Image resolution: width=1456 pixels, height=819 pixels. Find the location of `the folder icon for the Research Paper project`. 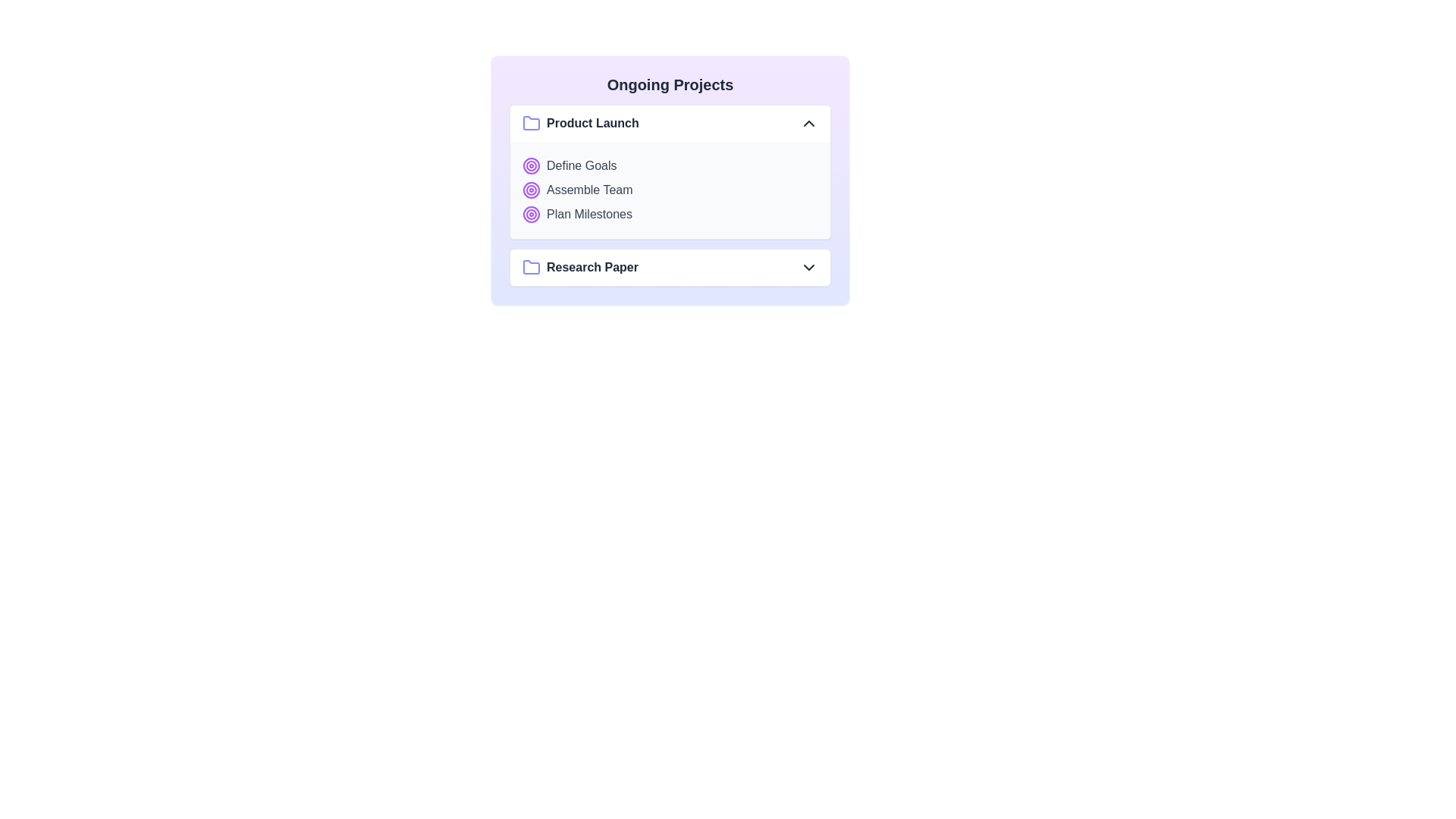

the folder icon for the Research Paper project is located at coordinates (531, 267).